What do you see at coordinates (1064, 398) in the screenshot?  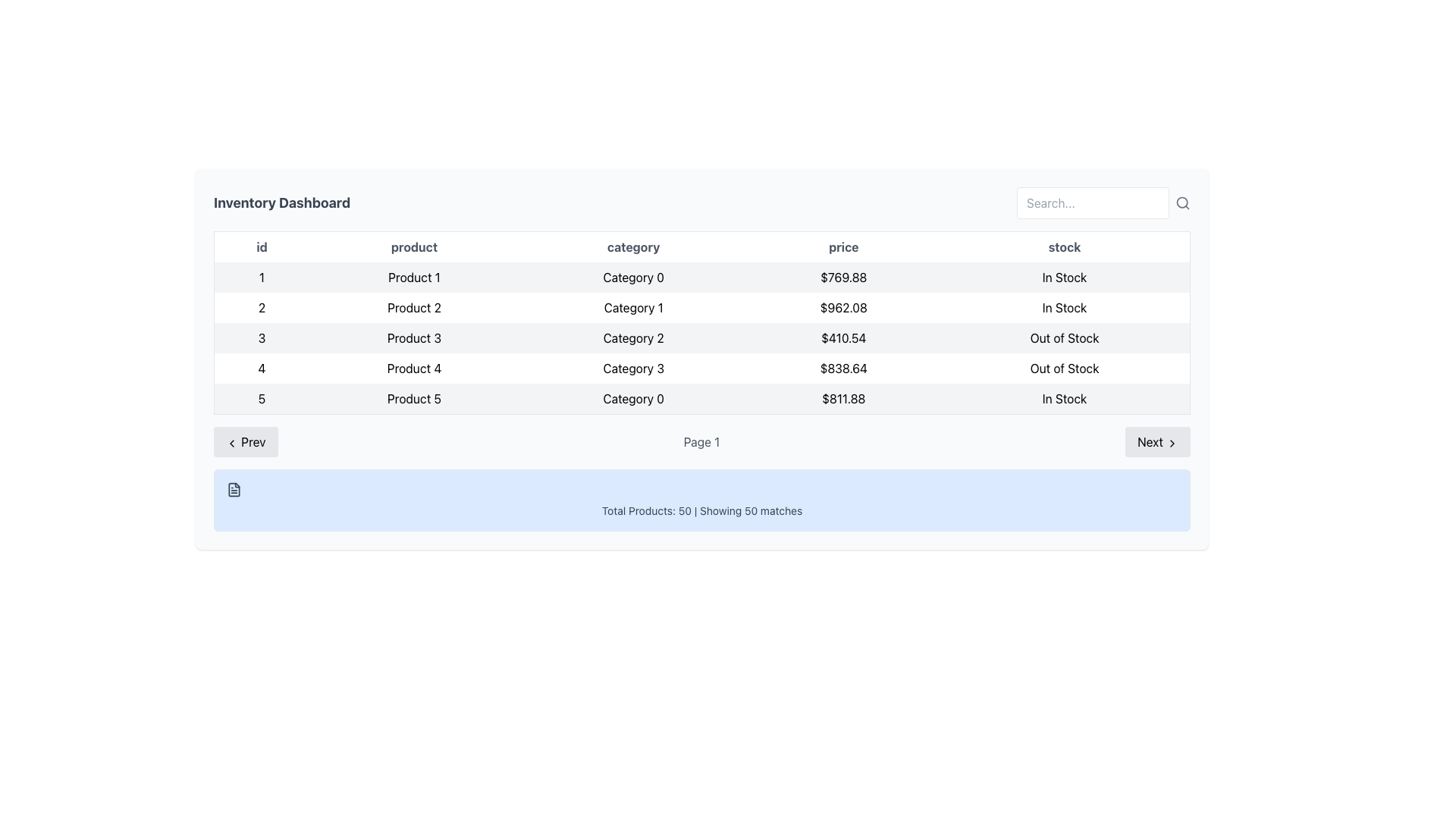 I see `the Static Text element that displays the stock status of the item, located in the fifth row and fifth column of the table, aligned with the 'stock' header` at bounding box center [1064, 398].